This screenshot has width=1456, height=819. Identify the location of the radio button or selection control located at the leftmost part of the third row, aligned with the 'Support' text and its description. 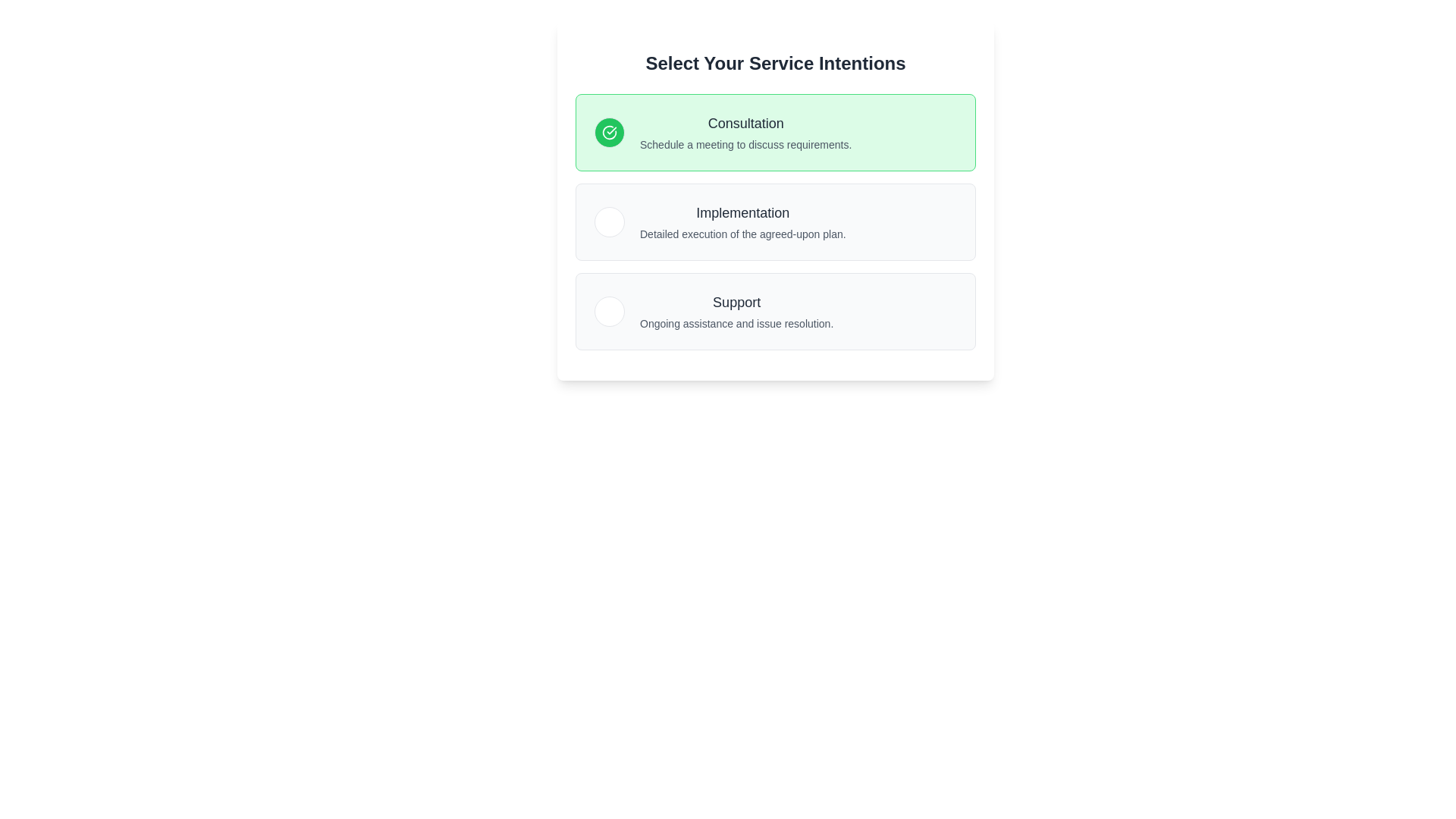
(610, 311).